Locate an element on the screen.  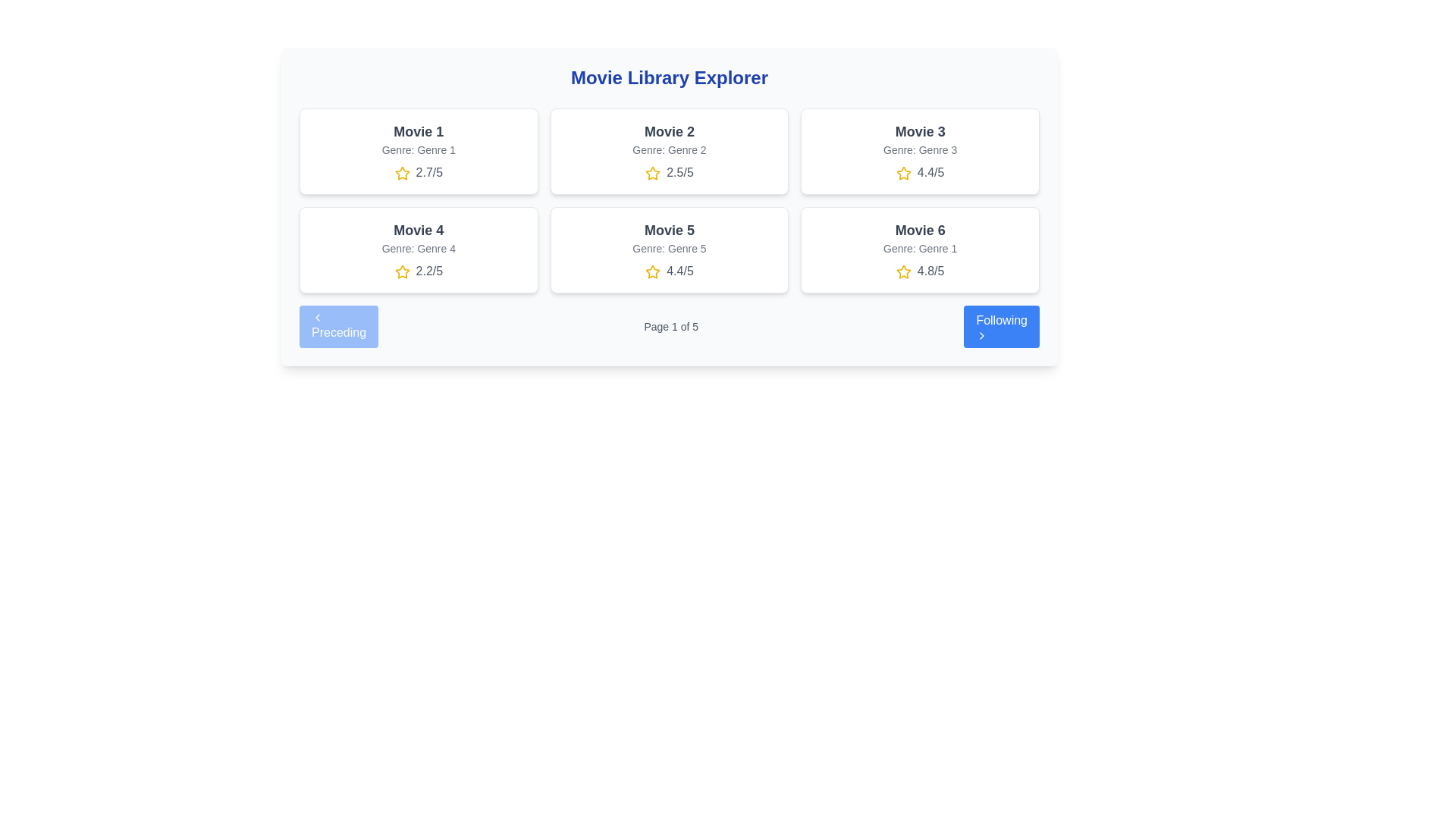
the Text Label displaying the rating score for 'Movie 6' in the bottom-right corner of the 'Movie Library Explorer' interface is located at coordinates (930, 270).